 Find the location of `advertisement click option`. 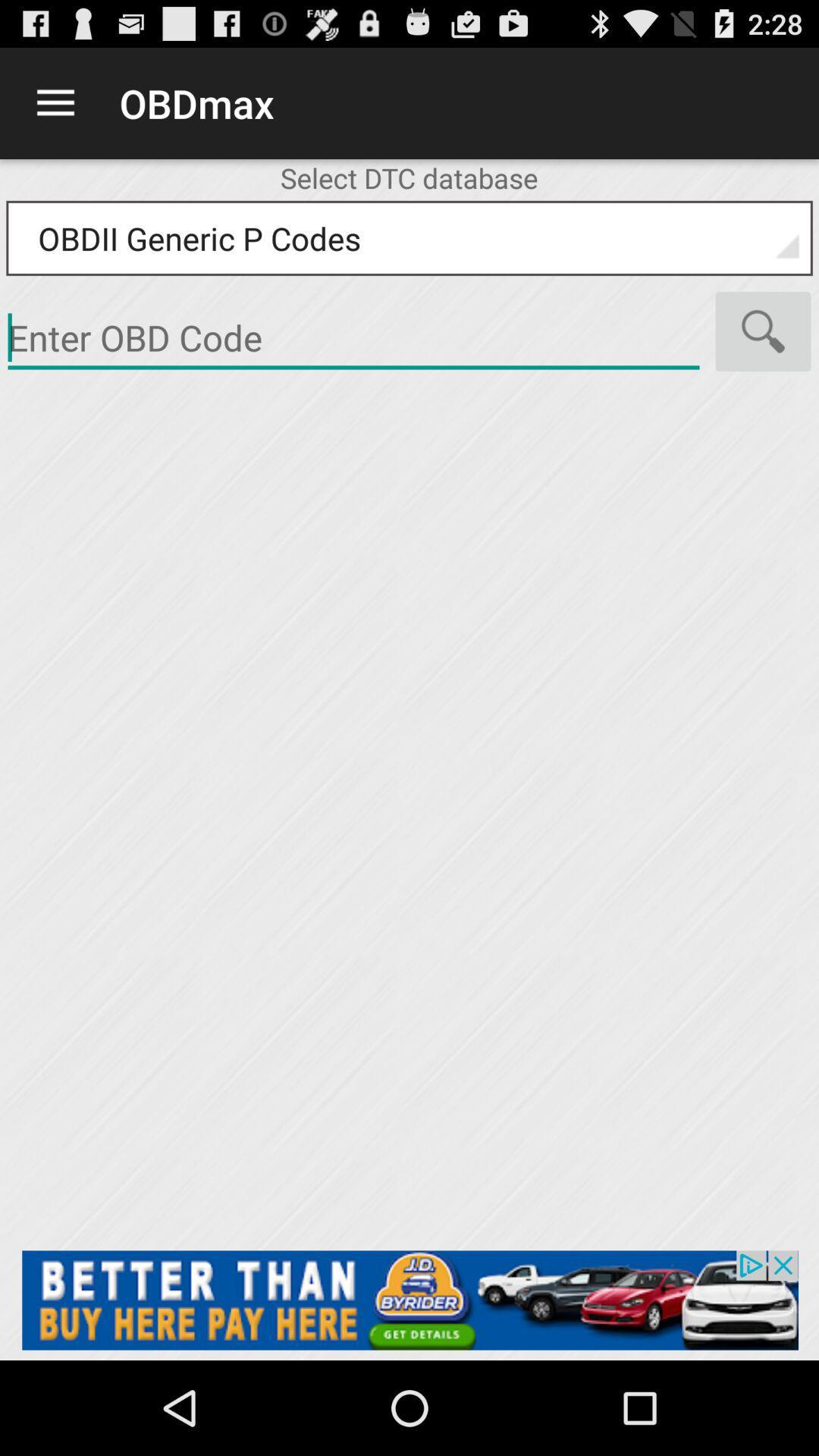

advertisement click option is located at coordinates (409, 1299).